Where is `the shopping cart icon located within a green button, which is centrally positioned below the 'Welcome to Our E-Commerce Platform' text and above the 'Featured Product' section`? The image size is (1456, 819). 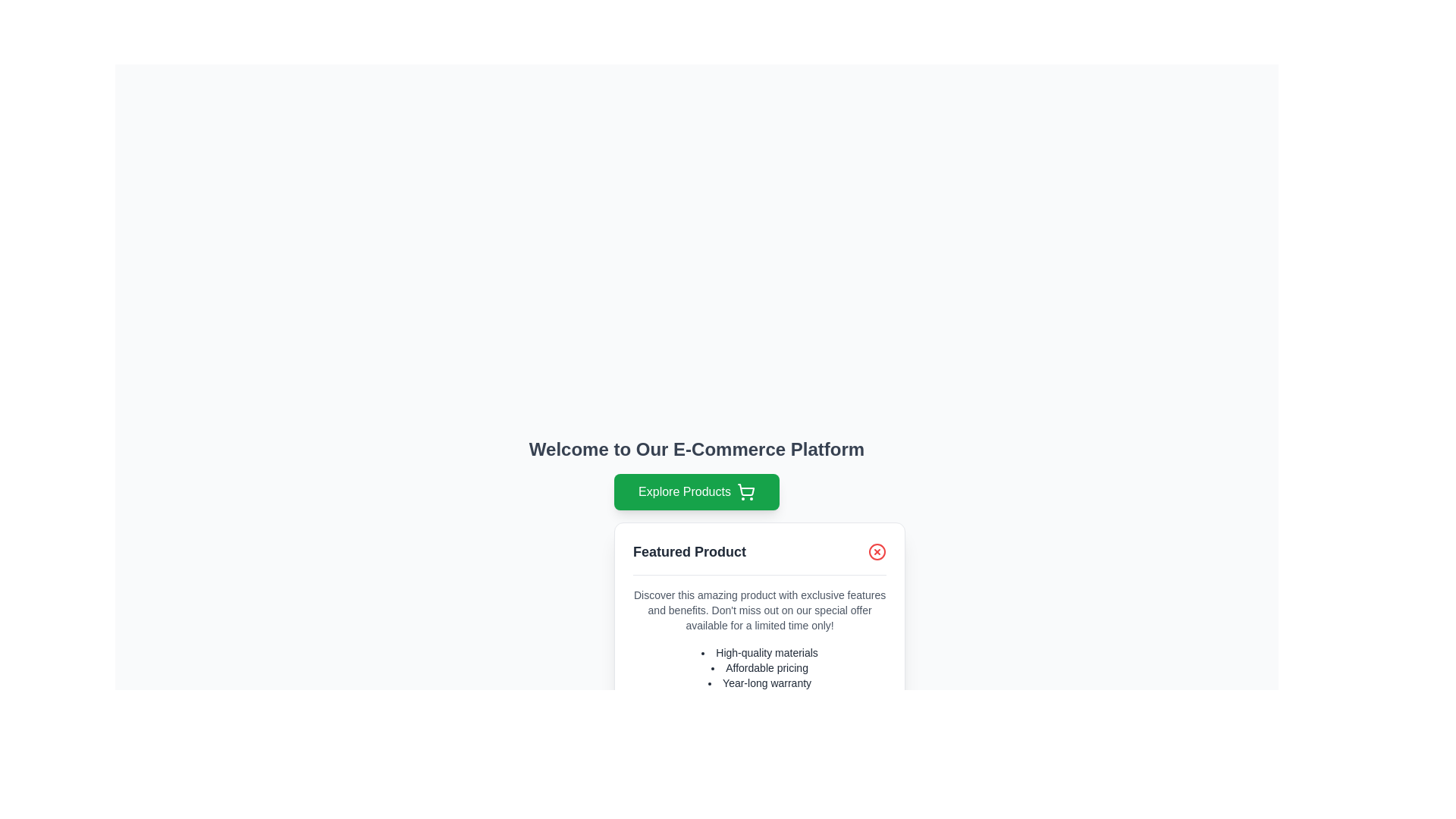 the shopping cart icon located within a green button, which is centrally positioned below the 'Welcome to Our E-Commerce Platform' text and above the 'Featured Product' section is located at coordinates (745, 490).